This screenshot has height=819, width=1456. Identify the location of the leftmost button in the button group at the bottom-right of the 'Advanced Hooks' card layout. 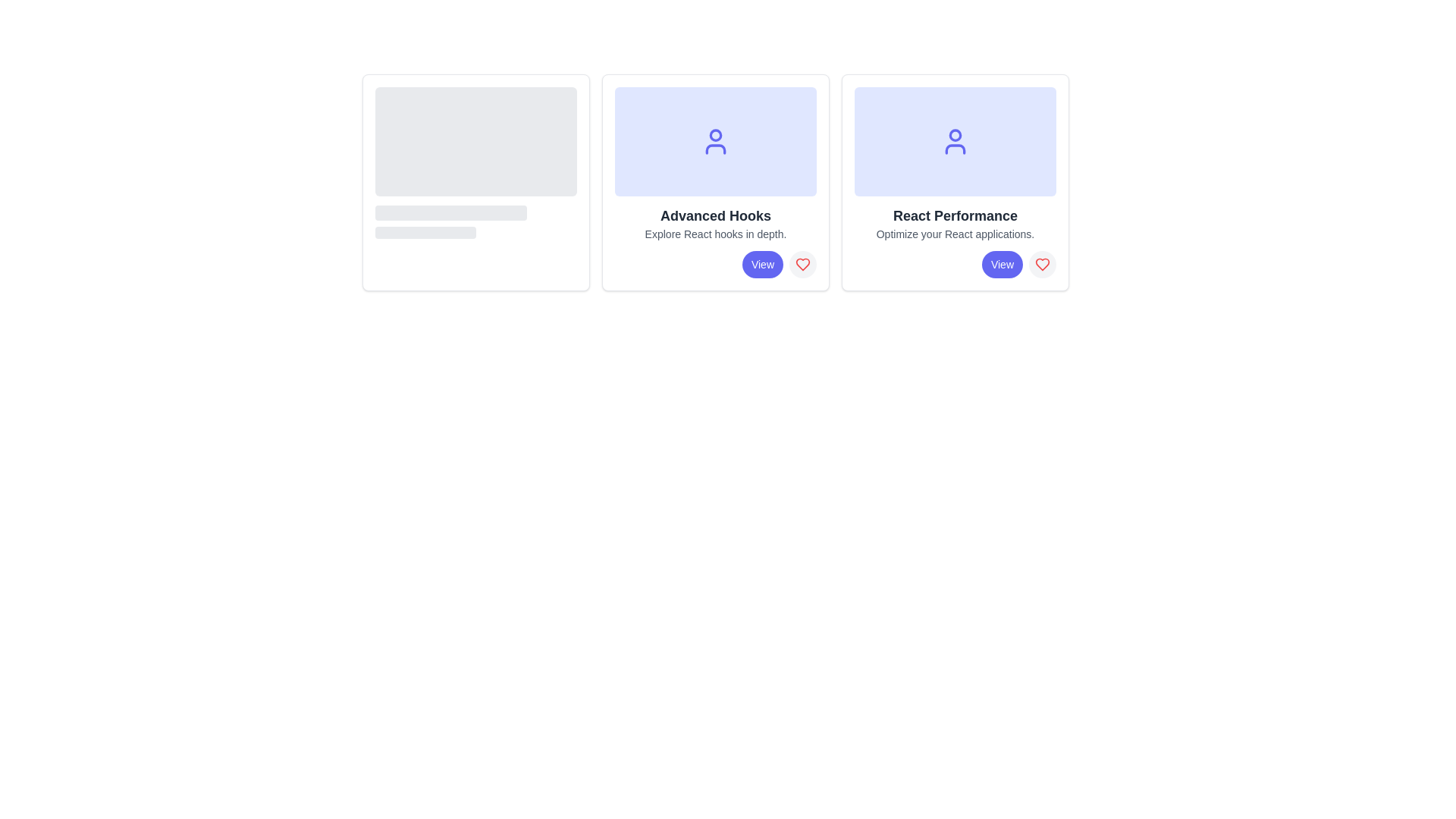
(715, 263).